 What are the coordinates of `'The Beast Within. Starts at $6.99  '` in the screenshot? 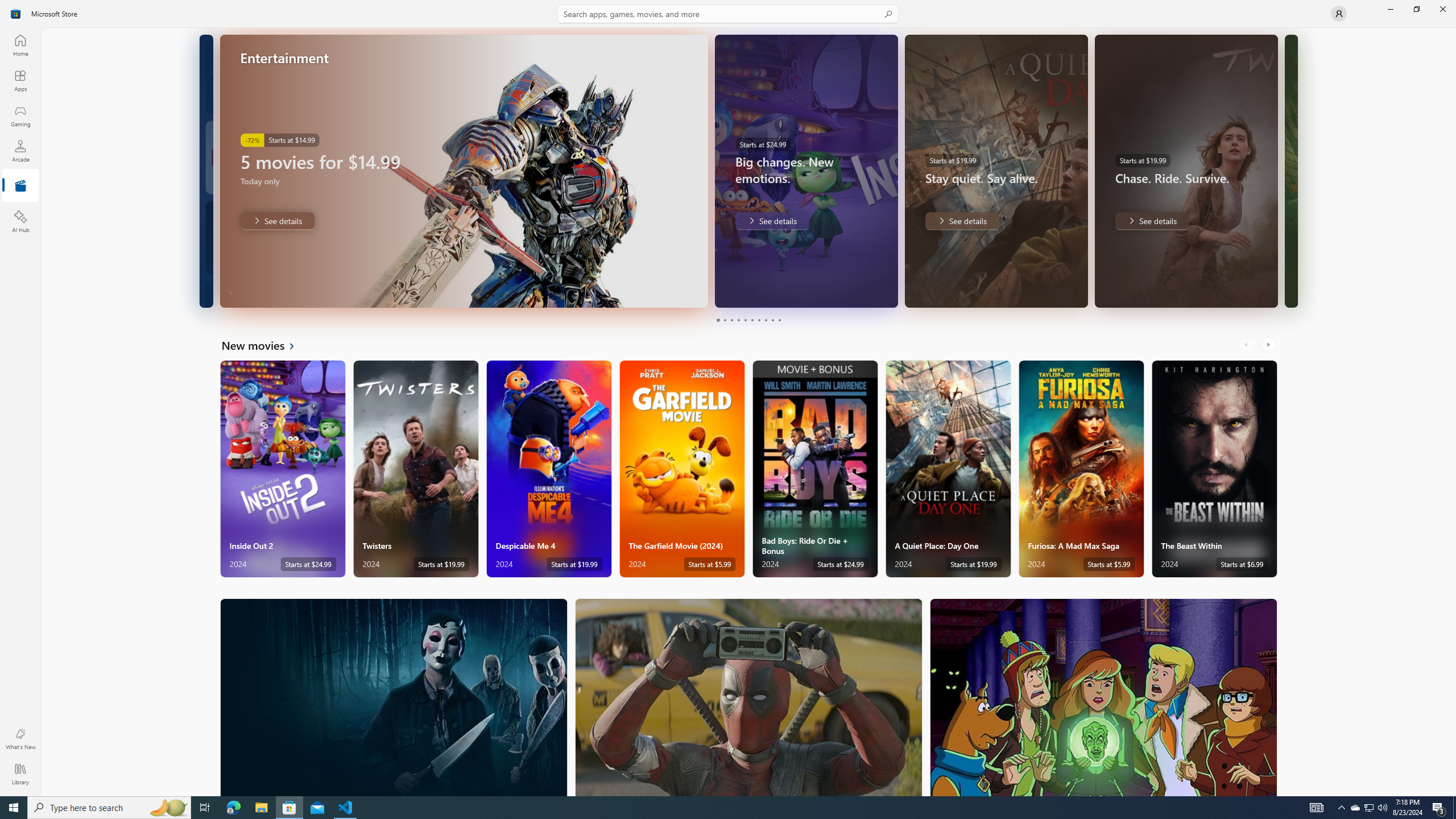 It's located at (1214, 469).